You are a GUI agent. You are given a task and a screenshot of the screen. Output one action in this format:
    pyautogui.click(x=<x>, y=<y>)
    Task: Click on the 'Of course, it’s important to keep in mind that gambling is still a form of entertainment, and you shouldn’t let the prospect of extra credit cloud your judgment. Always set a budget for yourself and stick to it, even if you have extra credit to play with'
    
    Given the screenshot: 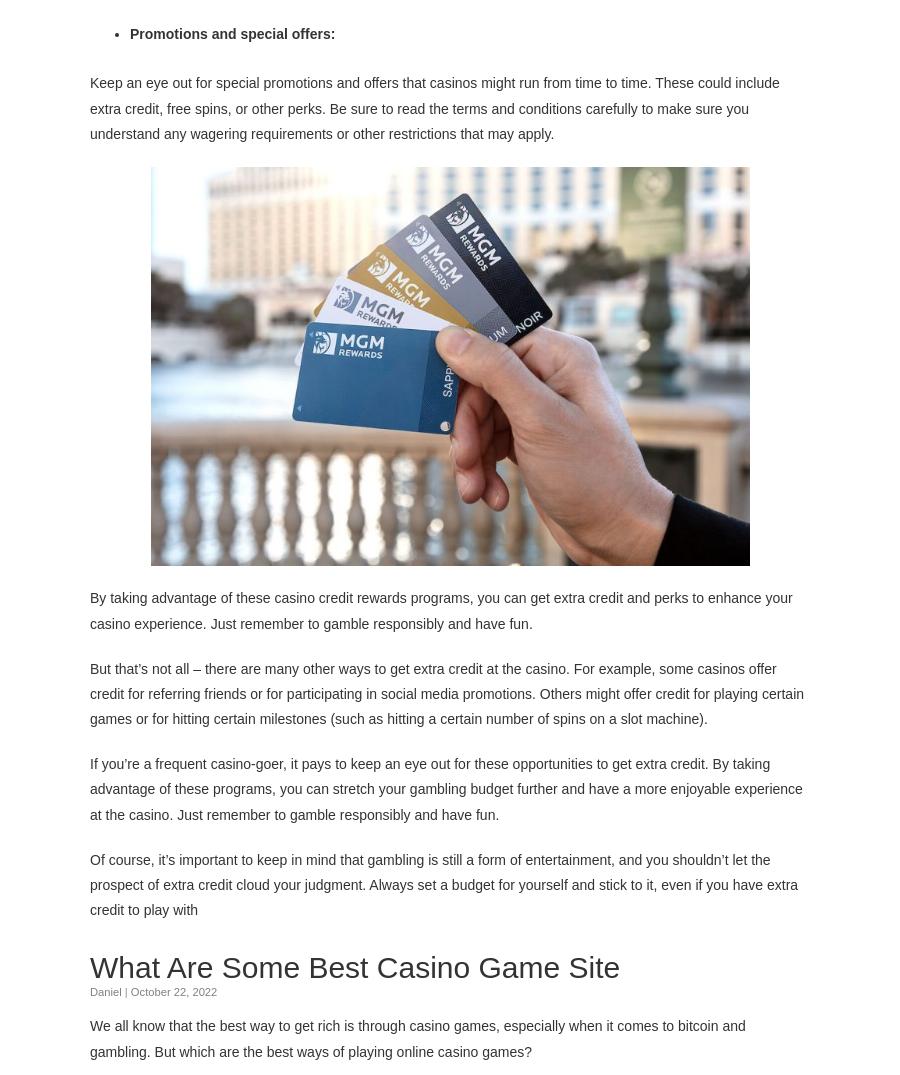 What is the action you would take?
    pyautogui.click(x=443, y=883)
    